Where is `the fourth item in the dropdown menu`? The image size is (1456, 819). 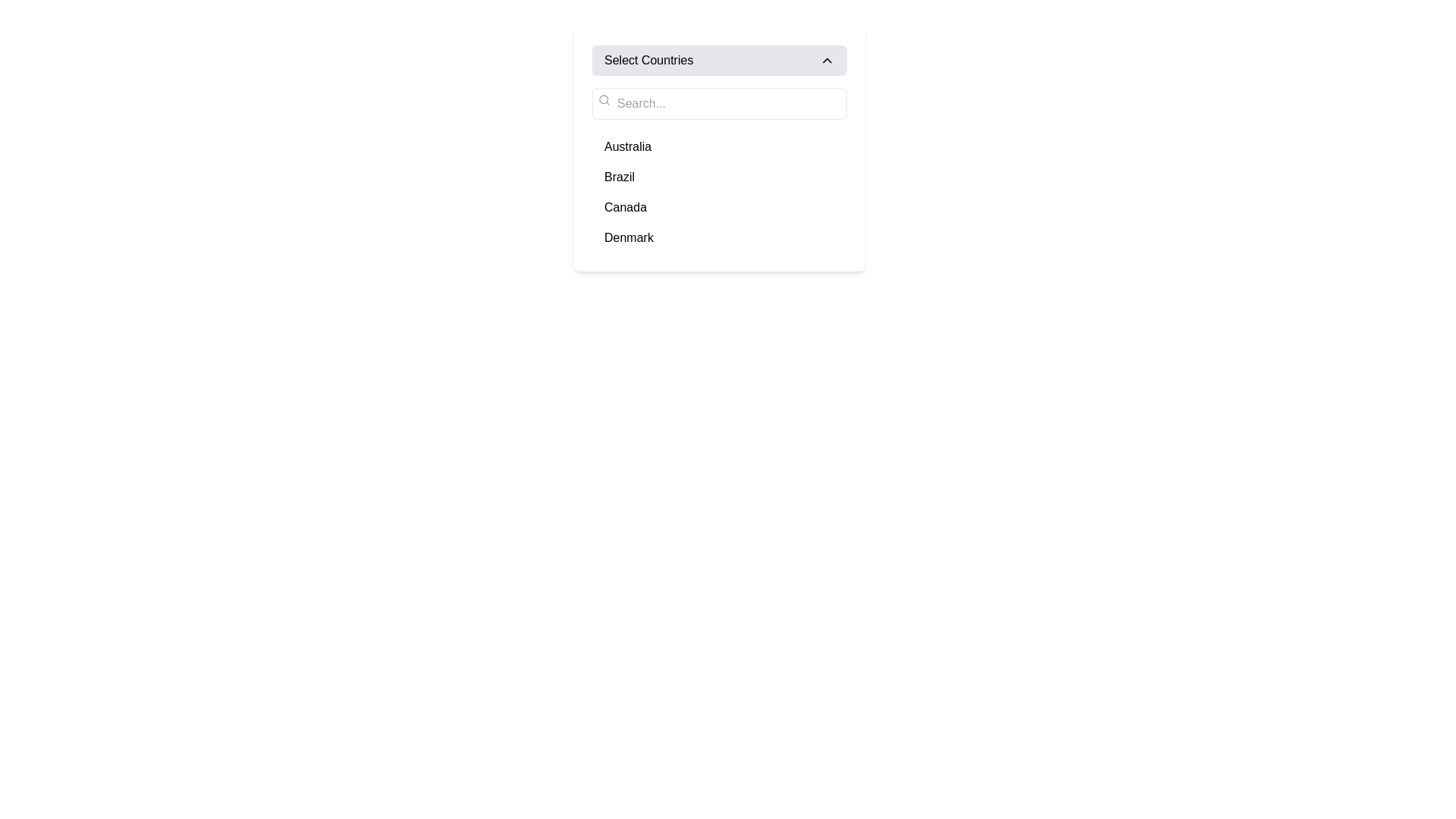
the fourth item in the dropdown menu is located at coordinates (629, 237).